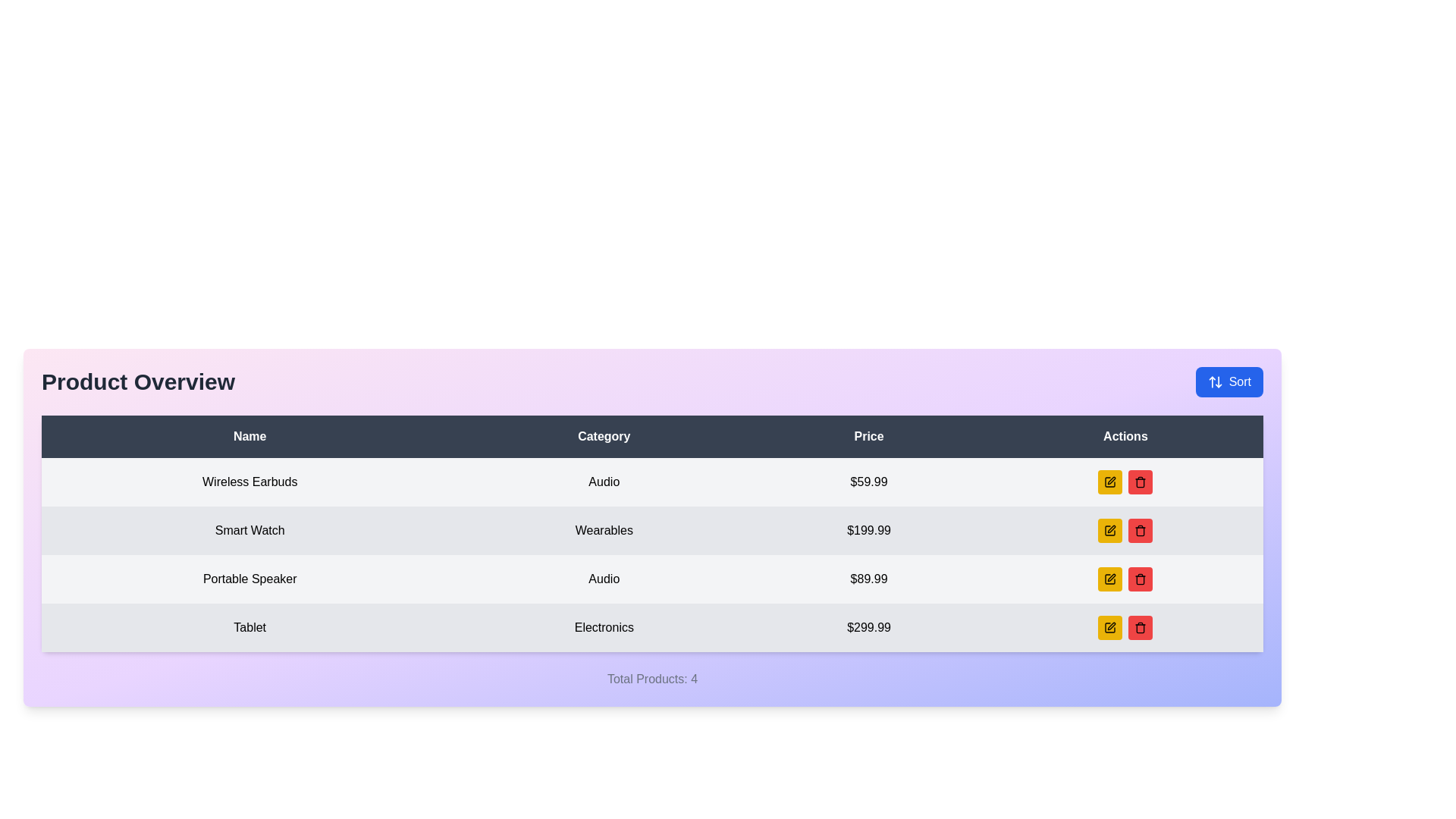  Describe the element at coordinates (1140, 579) in the screenshot. I see `the trash can icon located in the 'Actions' column of the table` at that location.